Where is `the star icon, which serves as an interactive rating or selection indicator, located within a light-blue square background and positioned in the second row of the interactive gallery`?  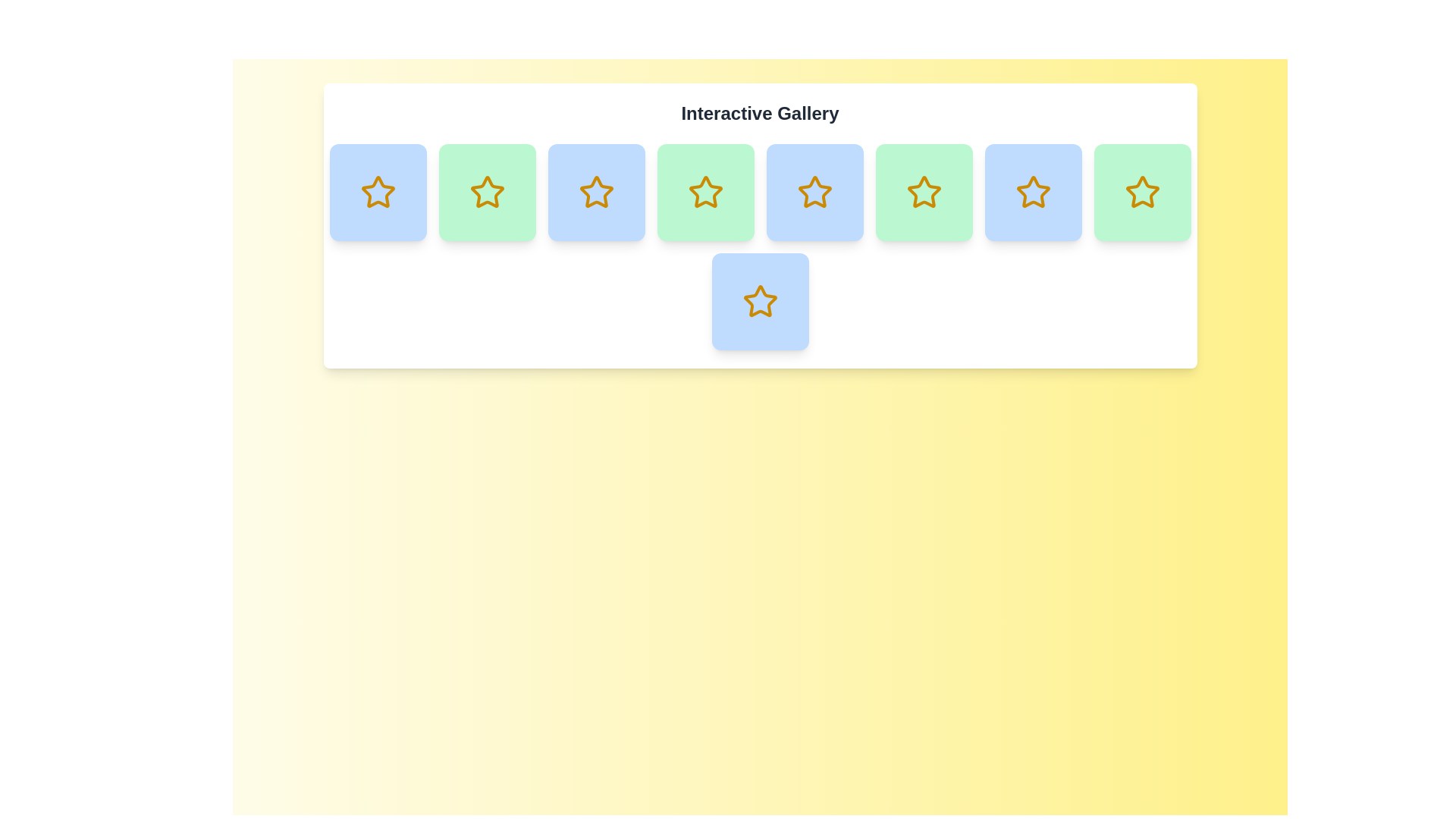 the star icon, which serves as an interactive rating or selection indicator, located within a light-blue square background and positioned in the second row of the interactive gallery is located at coordinates (595, 192).